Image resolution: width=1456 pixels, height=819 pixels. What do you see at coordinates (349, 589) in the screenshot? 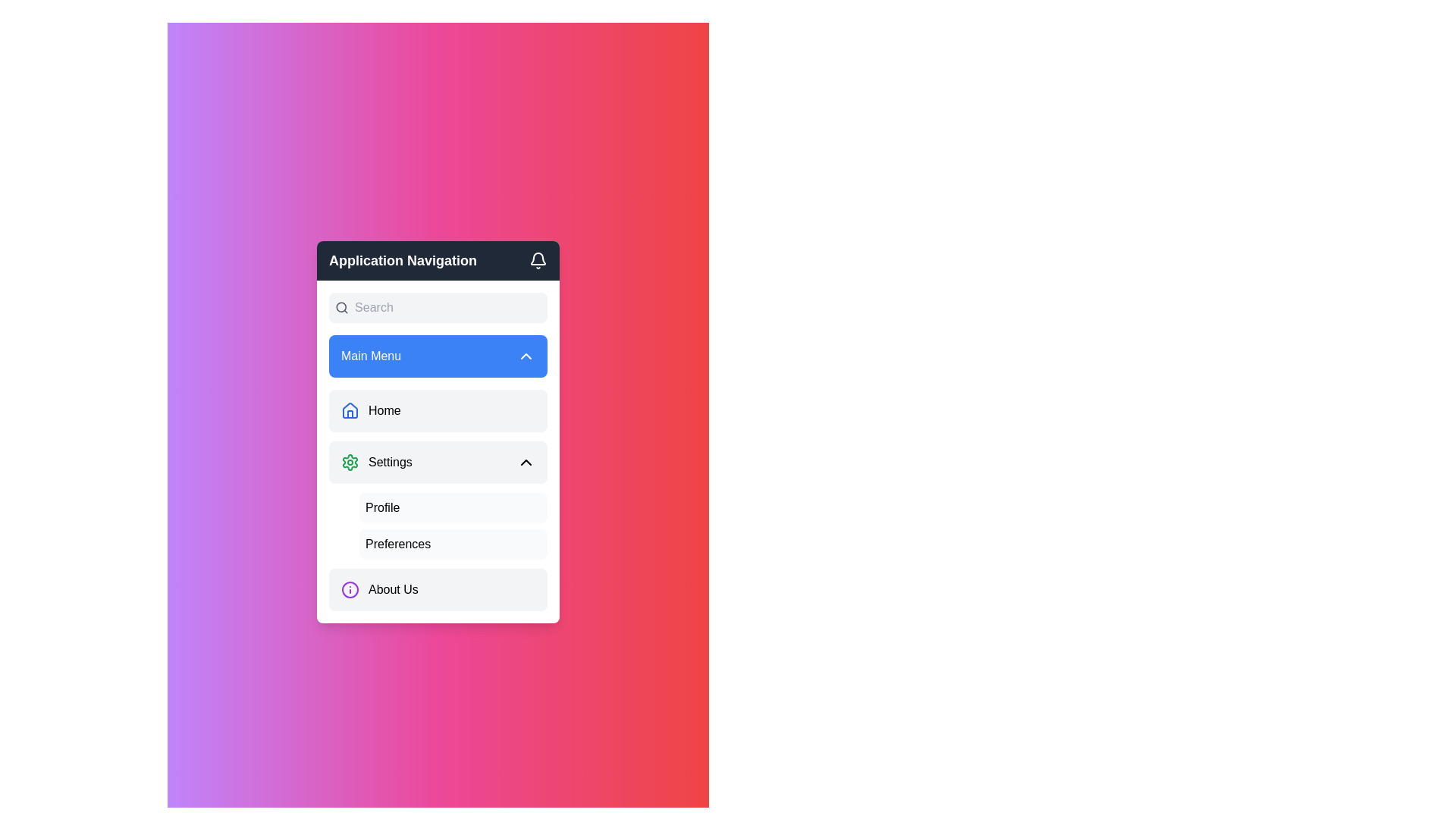
I see `the left-aligned icon within the 'About Us' menu option located at the bottom of the navigation panel` at bounding box center [349, 589].